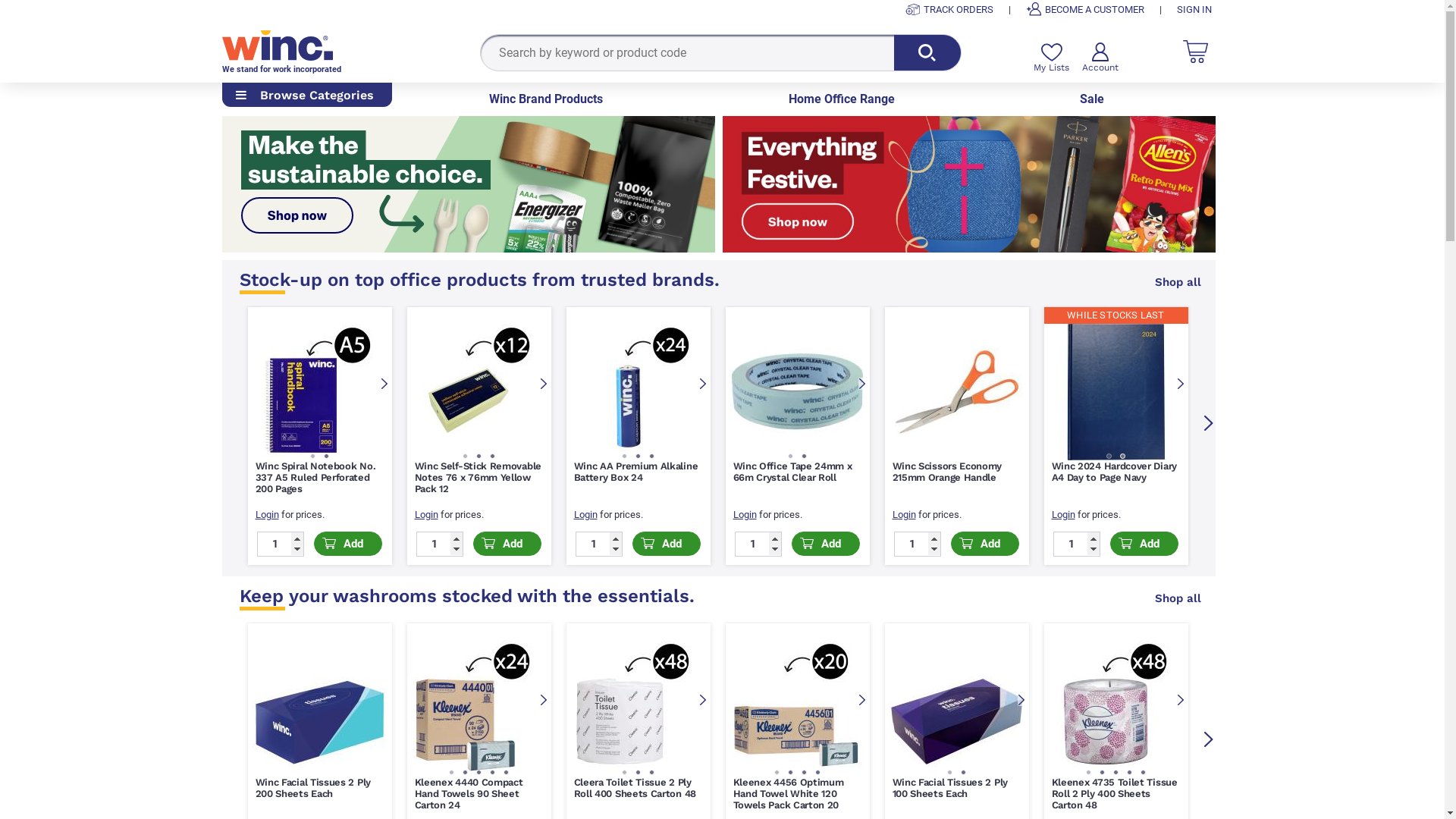  Describe the element at coordinates (1113, 470) in the screenshot. I see `'Winc 2024 Hardcover Diary A4 Day to Page Navy'` at that location.